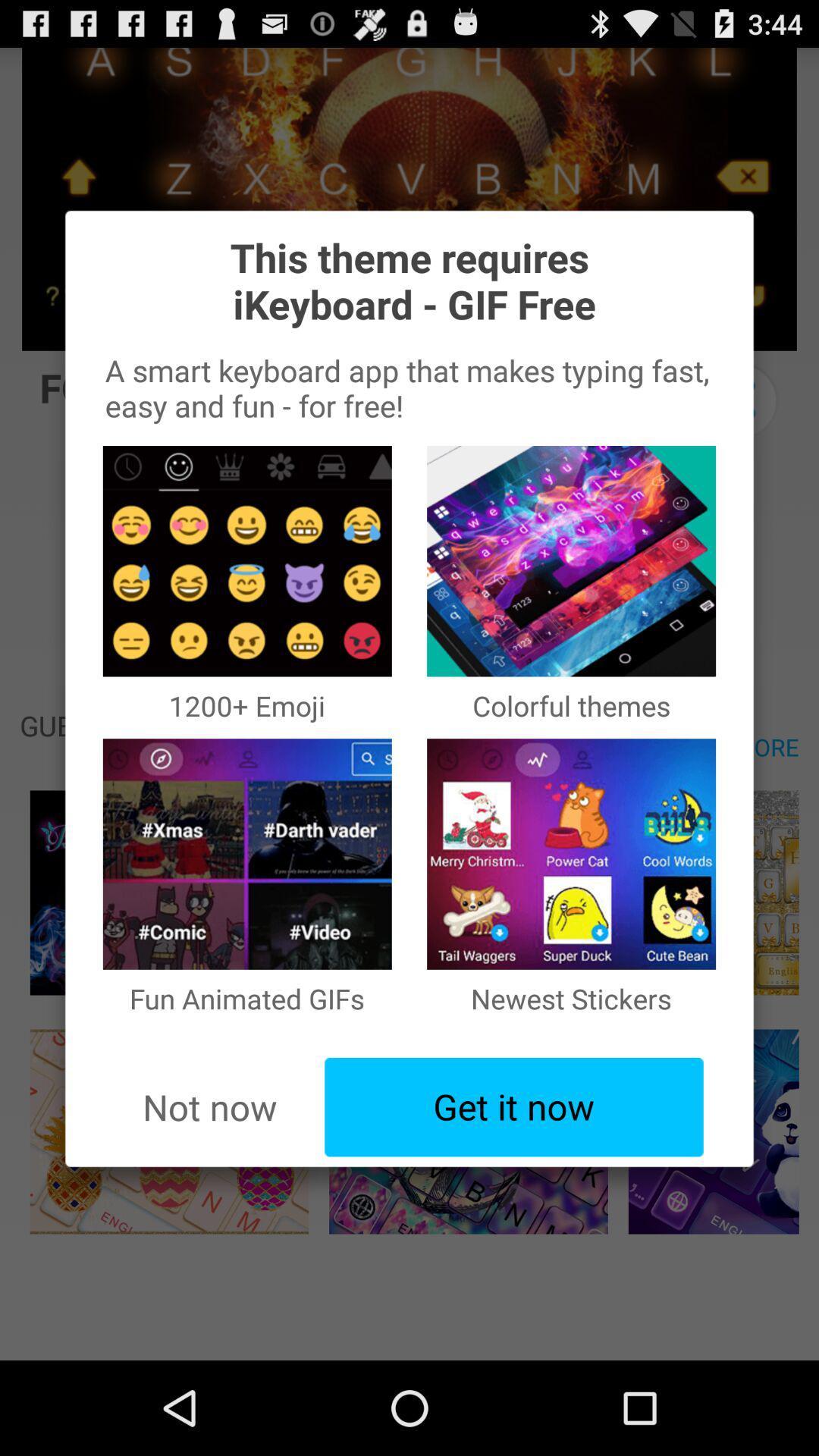  What do you see at coordinates (209, 1107) in the screenshot?
I see `the icon below fun animated gifs item` at bounding box center [209, 1107].